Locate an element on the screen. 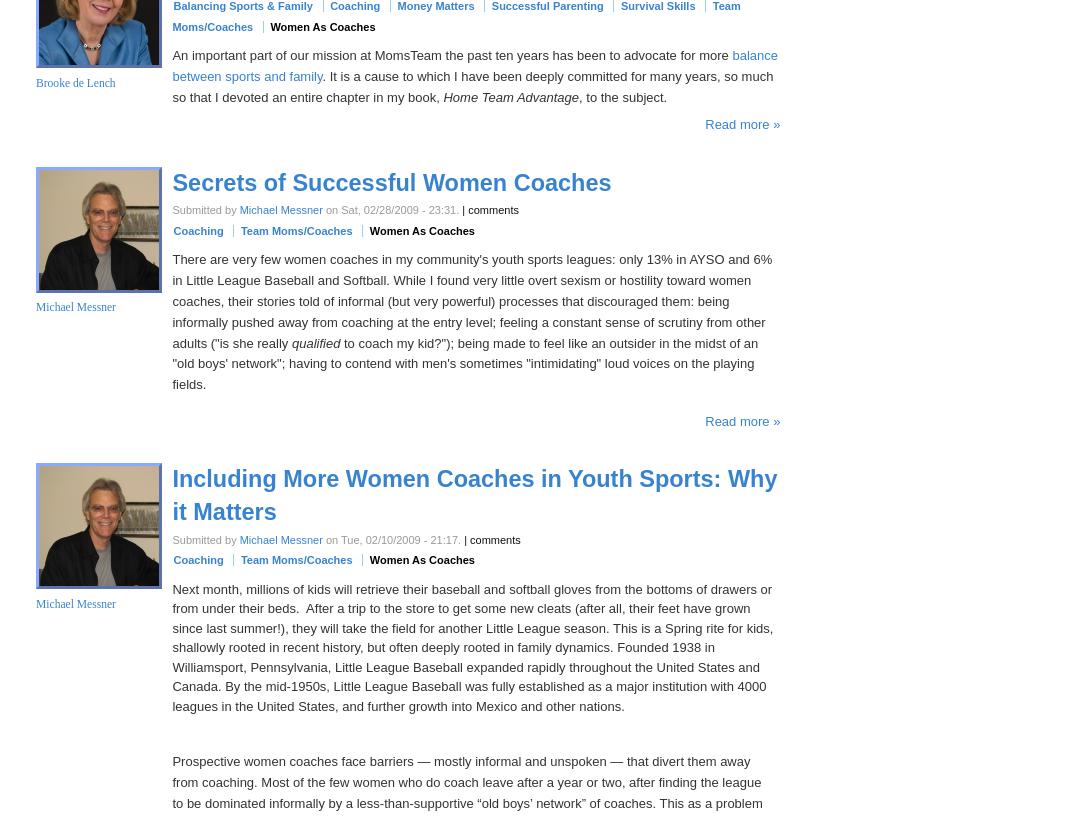 This screenshot has height=816, width=1073. 'Money Matters' is located at coordinates (435, 5).